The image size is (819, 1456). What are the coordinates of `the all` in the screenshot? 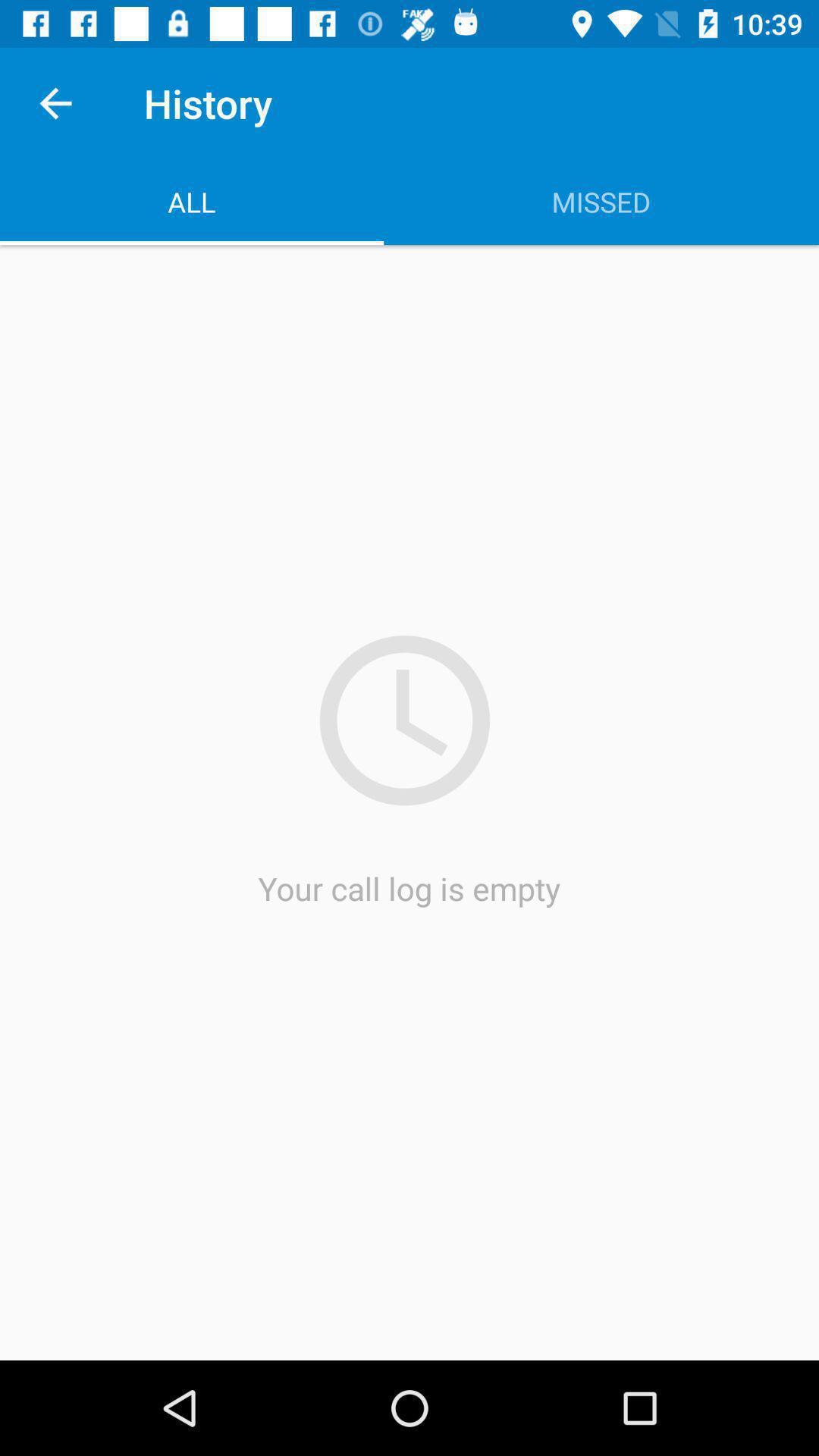 It's located at (191, 201).